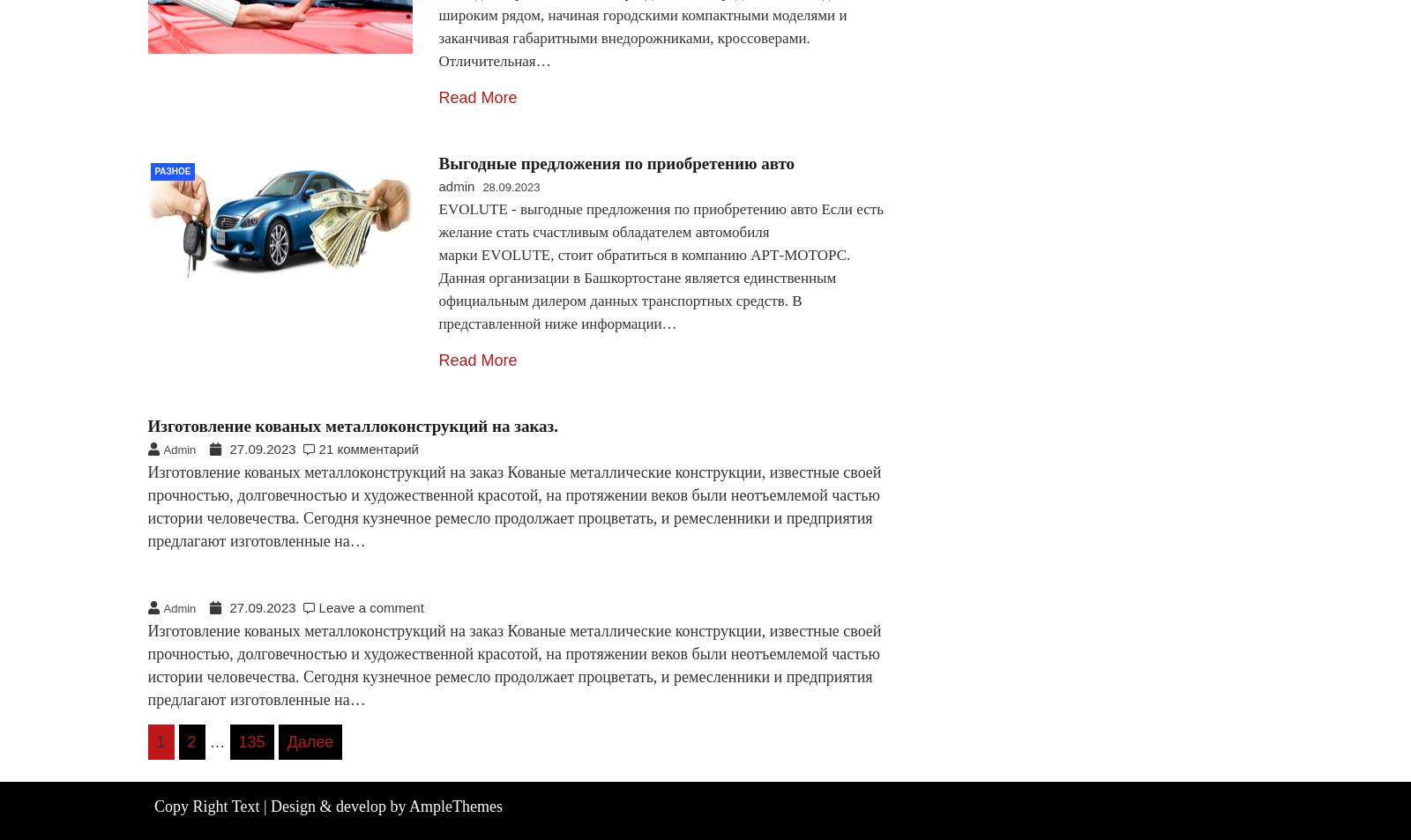 The width and height of the screenshot is (1411, 840). What do you see at coordinates (190, 741) in the screenshot?
I see `'2'` at bounding box center [190, 741].